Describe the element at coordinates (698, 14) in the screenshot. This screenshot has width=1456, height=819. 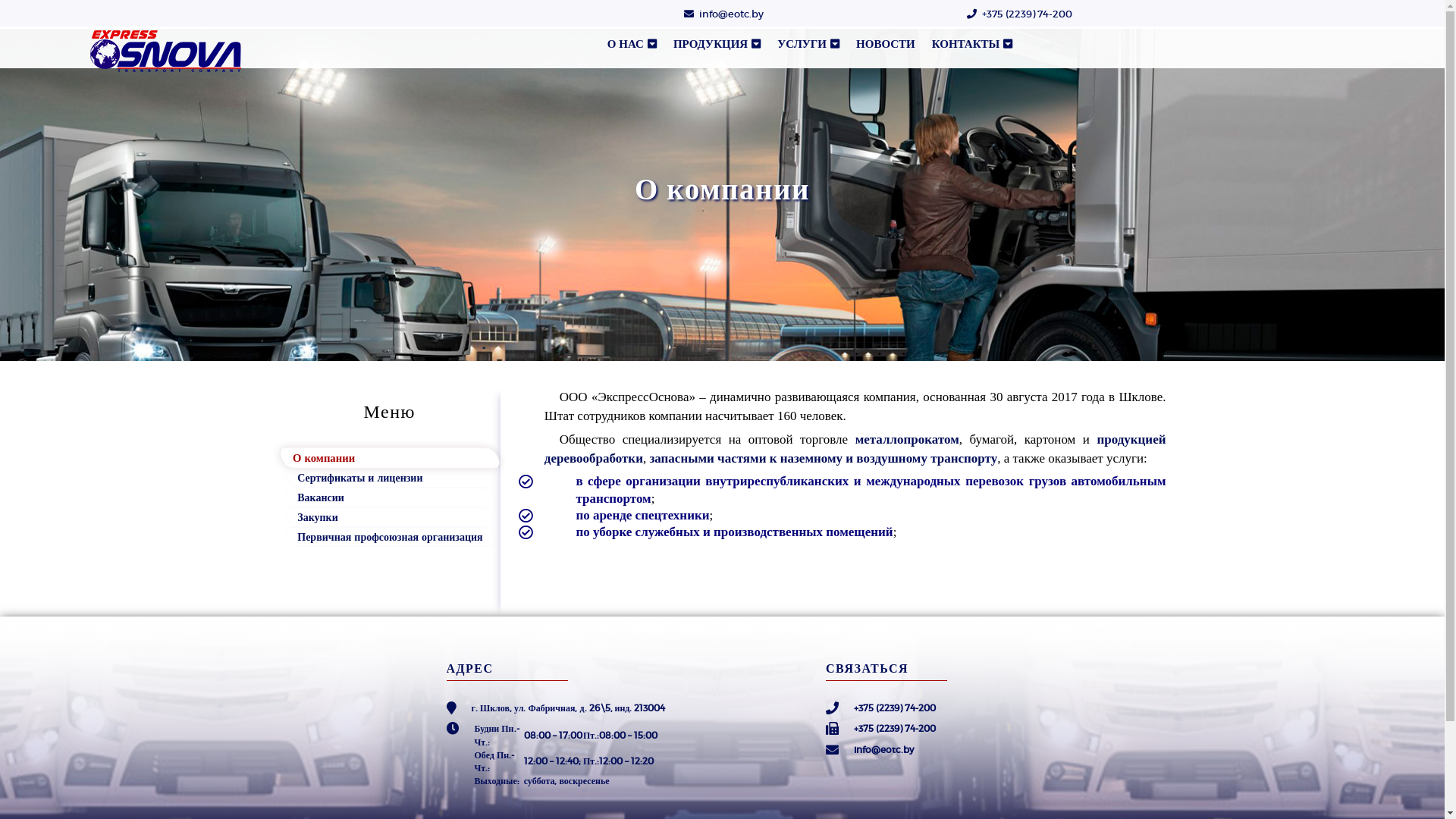
I see `'info@eotc.by'` at that location.